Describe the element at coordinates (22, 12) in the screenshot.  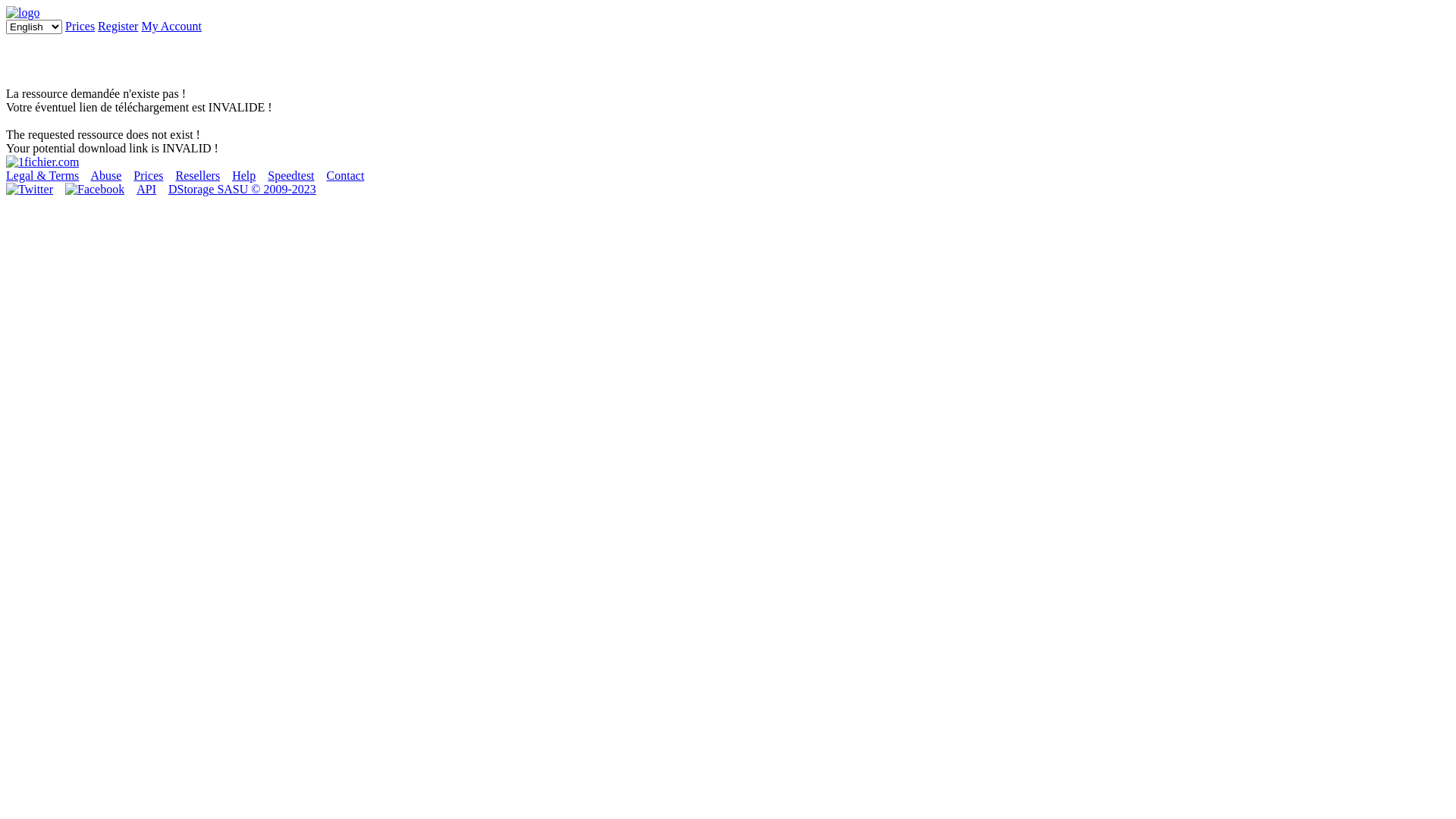
I see `'1fichier.com'` at that location.